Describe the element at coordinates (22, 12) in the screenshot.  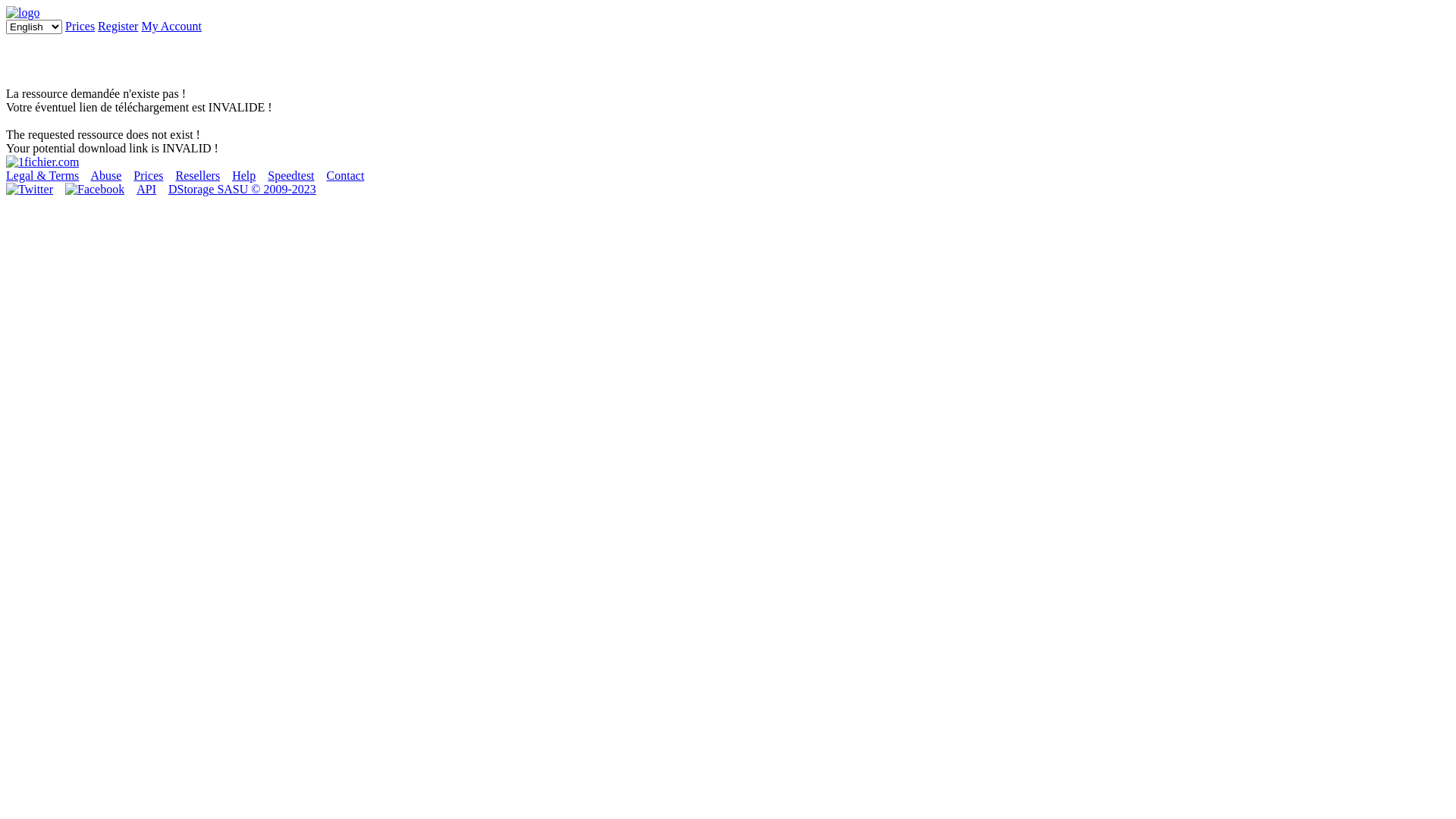
I see `'1fichier.com'` at that location.